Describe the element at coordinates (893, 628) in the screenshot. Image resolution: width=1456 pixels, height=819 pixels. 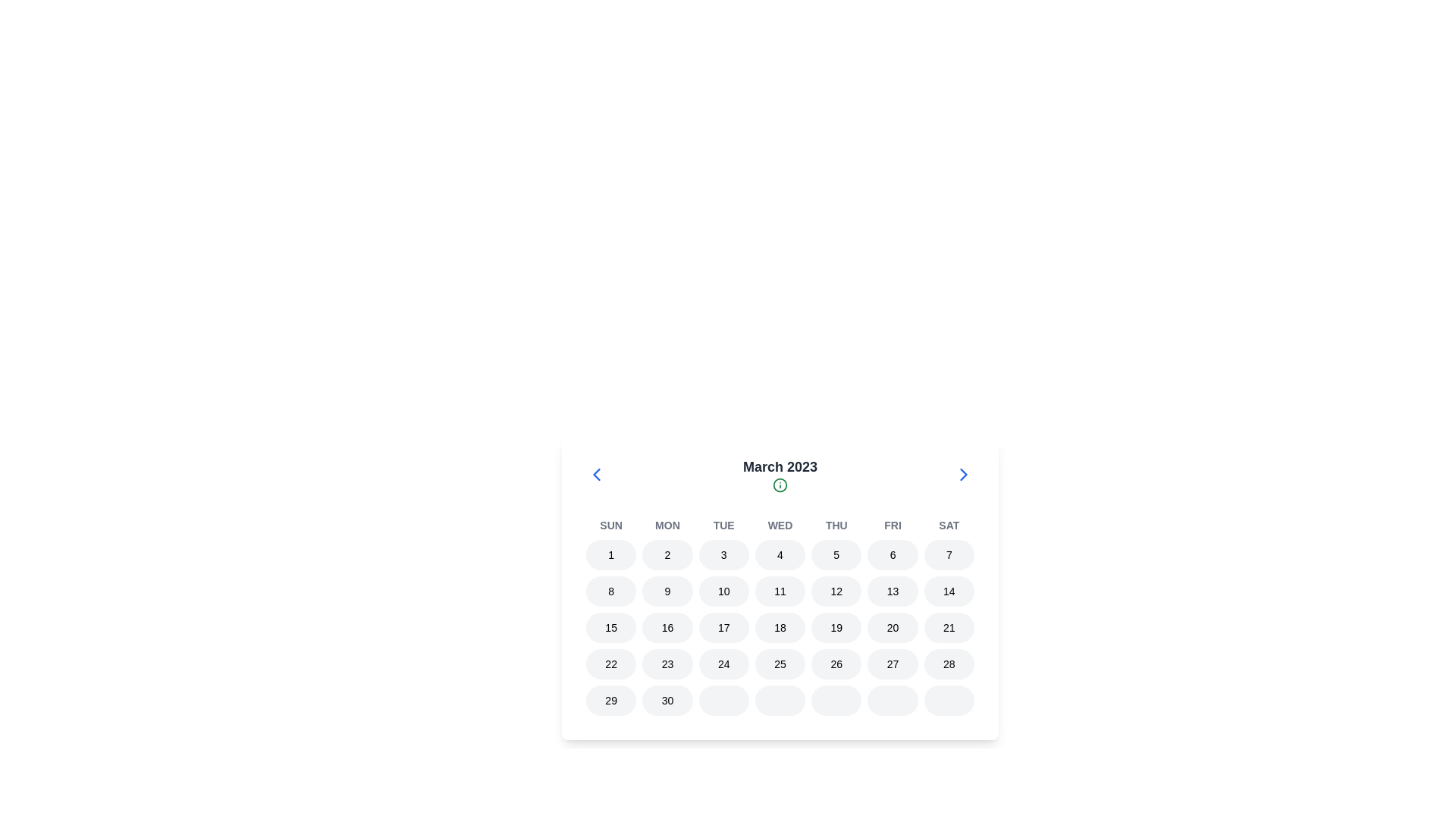
I see `the button representing the date '20' in the calendar interface` at that location.